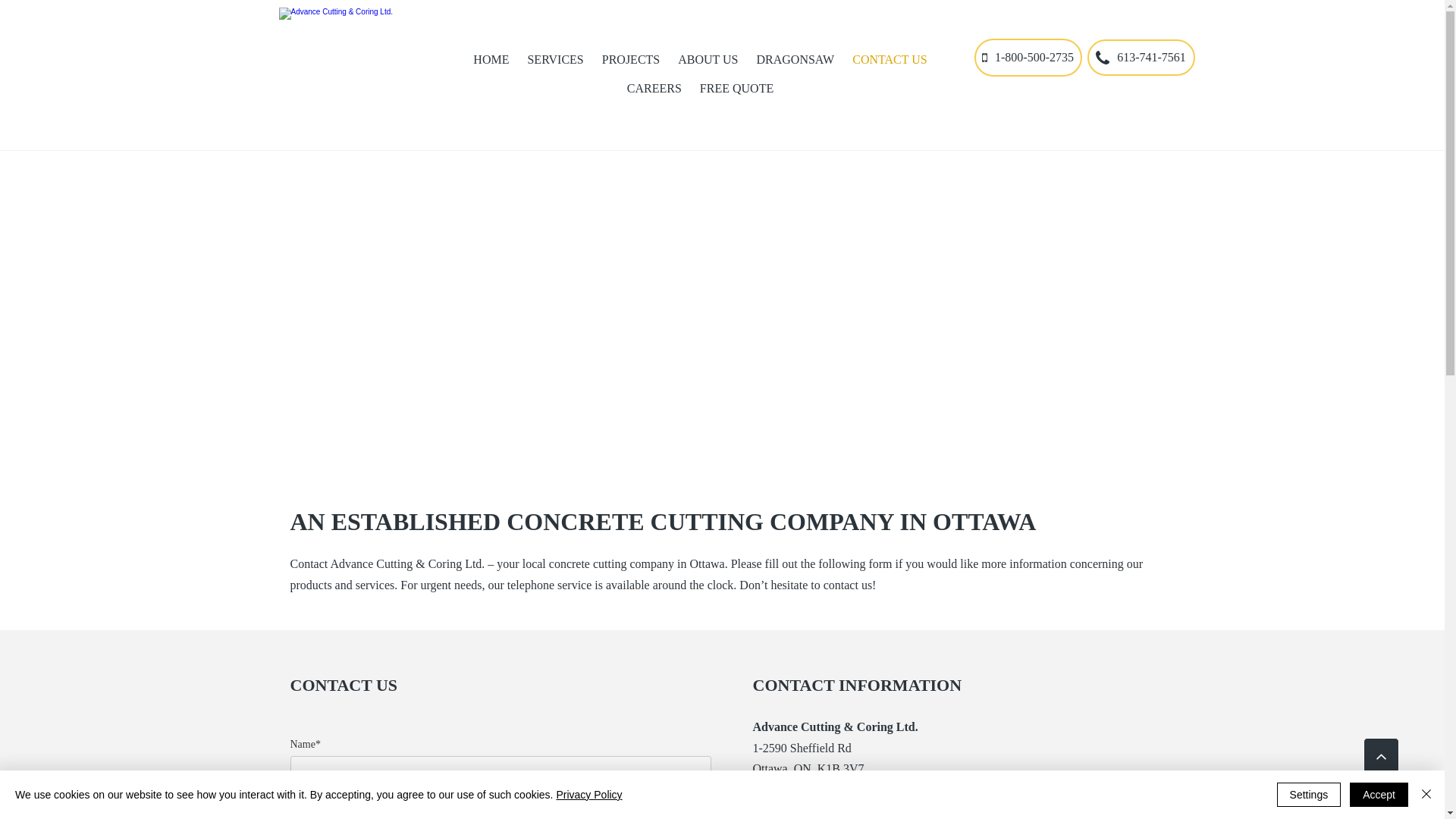 This screenshot has height=819, width=1456. Describe the element at coordinates (491, 58) in the screenshot. I see `'HOME'` at that location.